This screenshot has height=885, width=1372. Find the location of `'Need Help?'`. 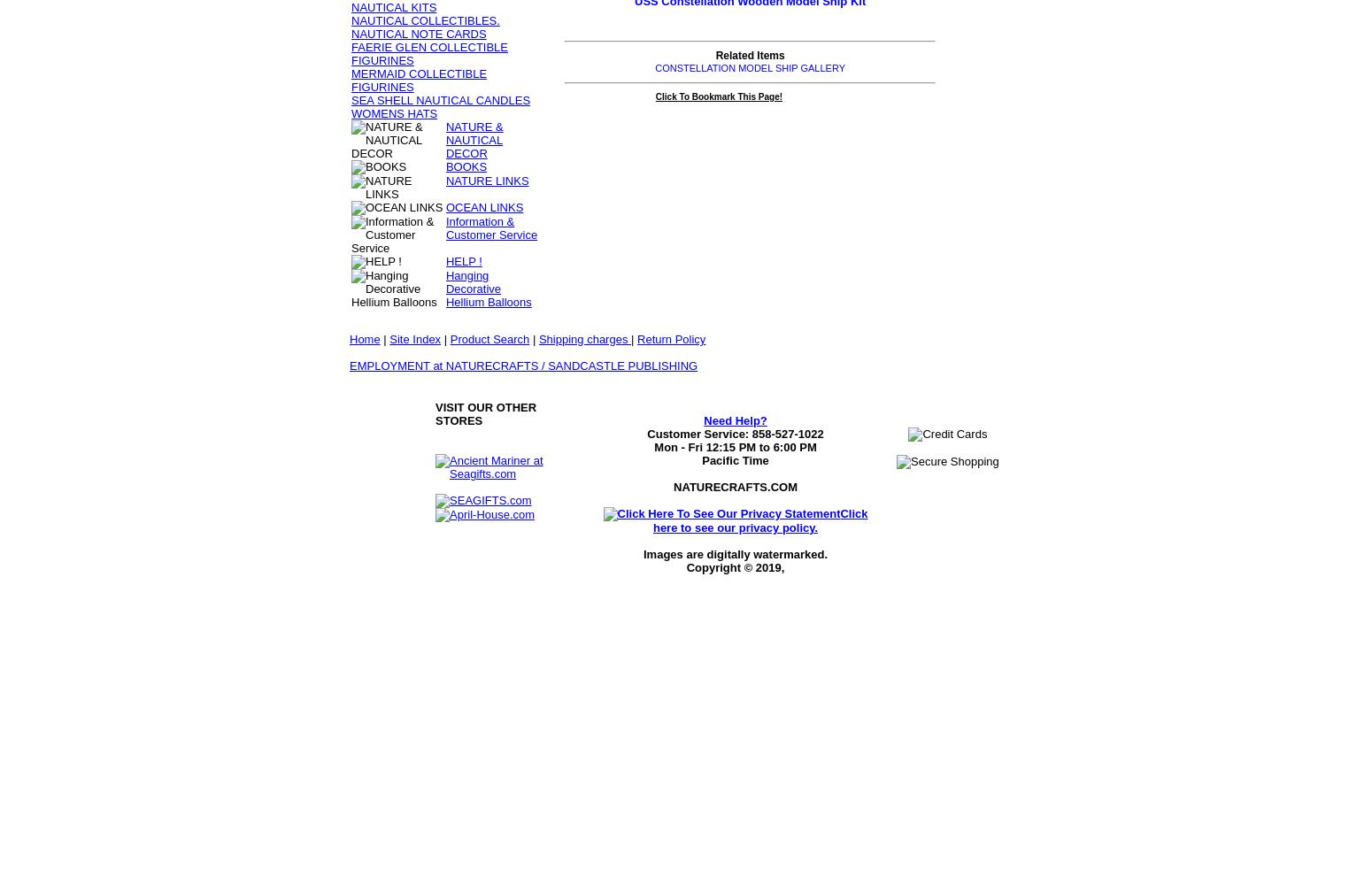

'Need Help?' is located at coordinates (734, 419).